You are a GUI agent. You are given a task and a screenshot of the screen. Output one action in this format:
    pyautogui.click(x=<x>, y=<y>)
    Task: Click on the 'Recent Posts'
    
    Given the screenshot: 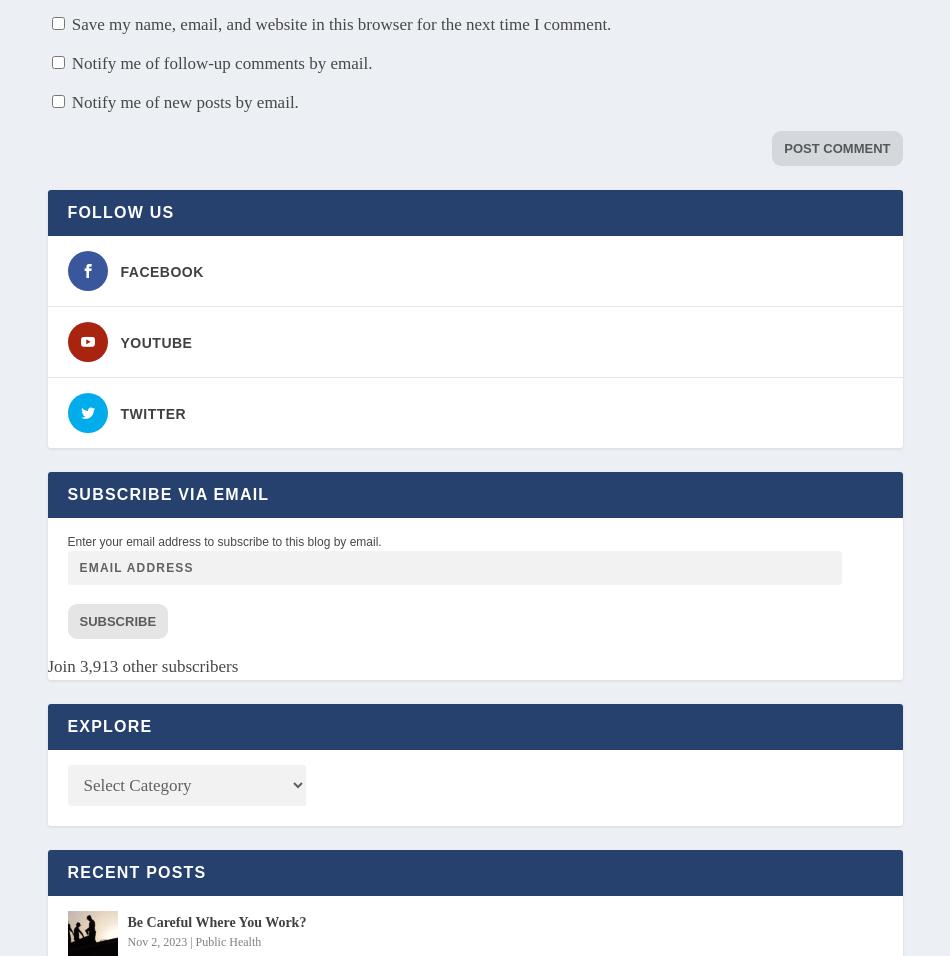 What is the action you would take?
    pyautogui.click(x=136, y=871)
    